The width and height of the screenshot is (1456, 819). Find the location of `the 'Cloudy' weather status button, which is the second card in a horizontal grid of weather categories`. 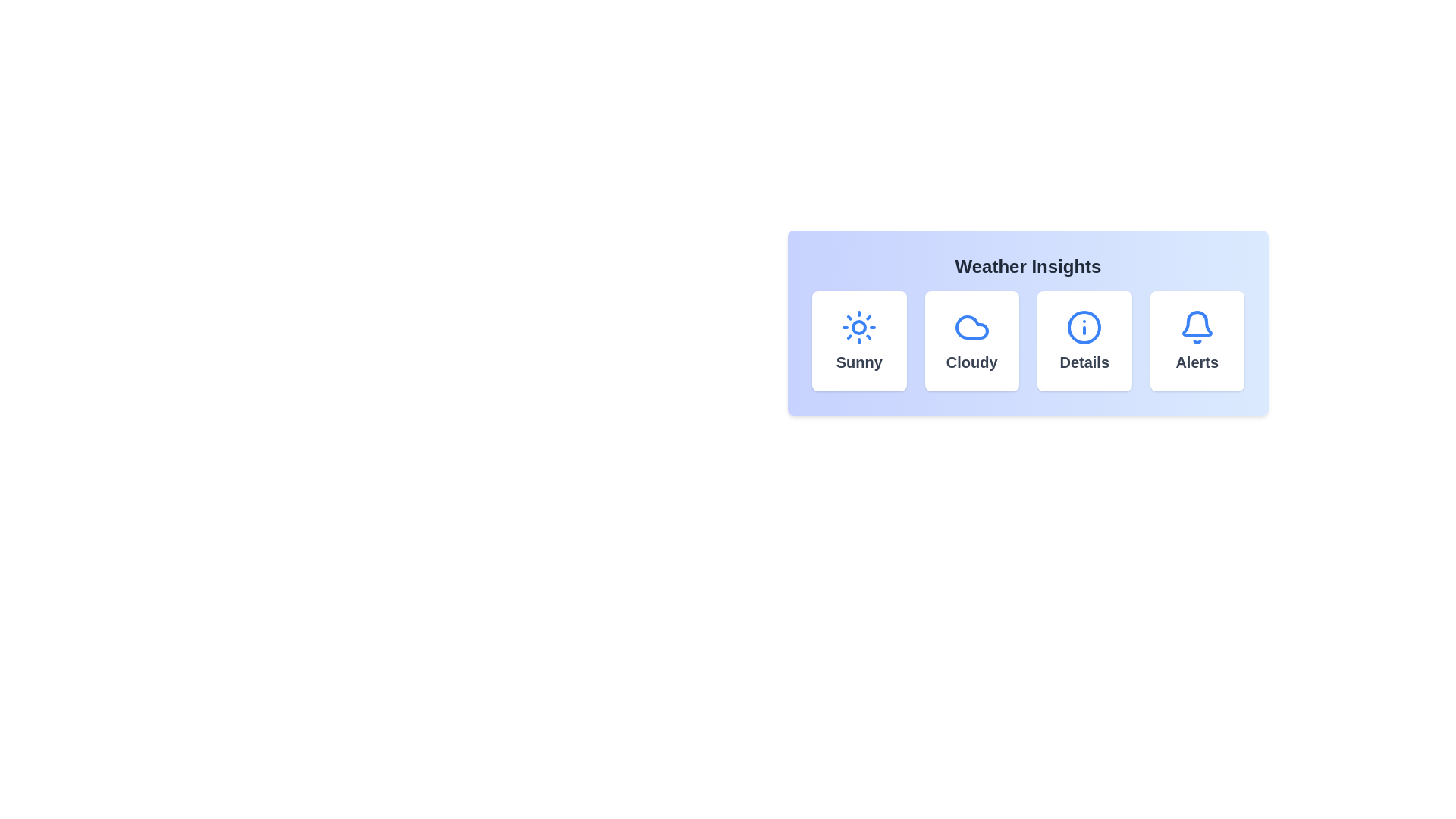

the 'Cloudy' weather status button, which is the second card in a horizontal grid of weather categories is located at coordinates (971, 341).